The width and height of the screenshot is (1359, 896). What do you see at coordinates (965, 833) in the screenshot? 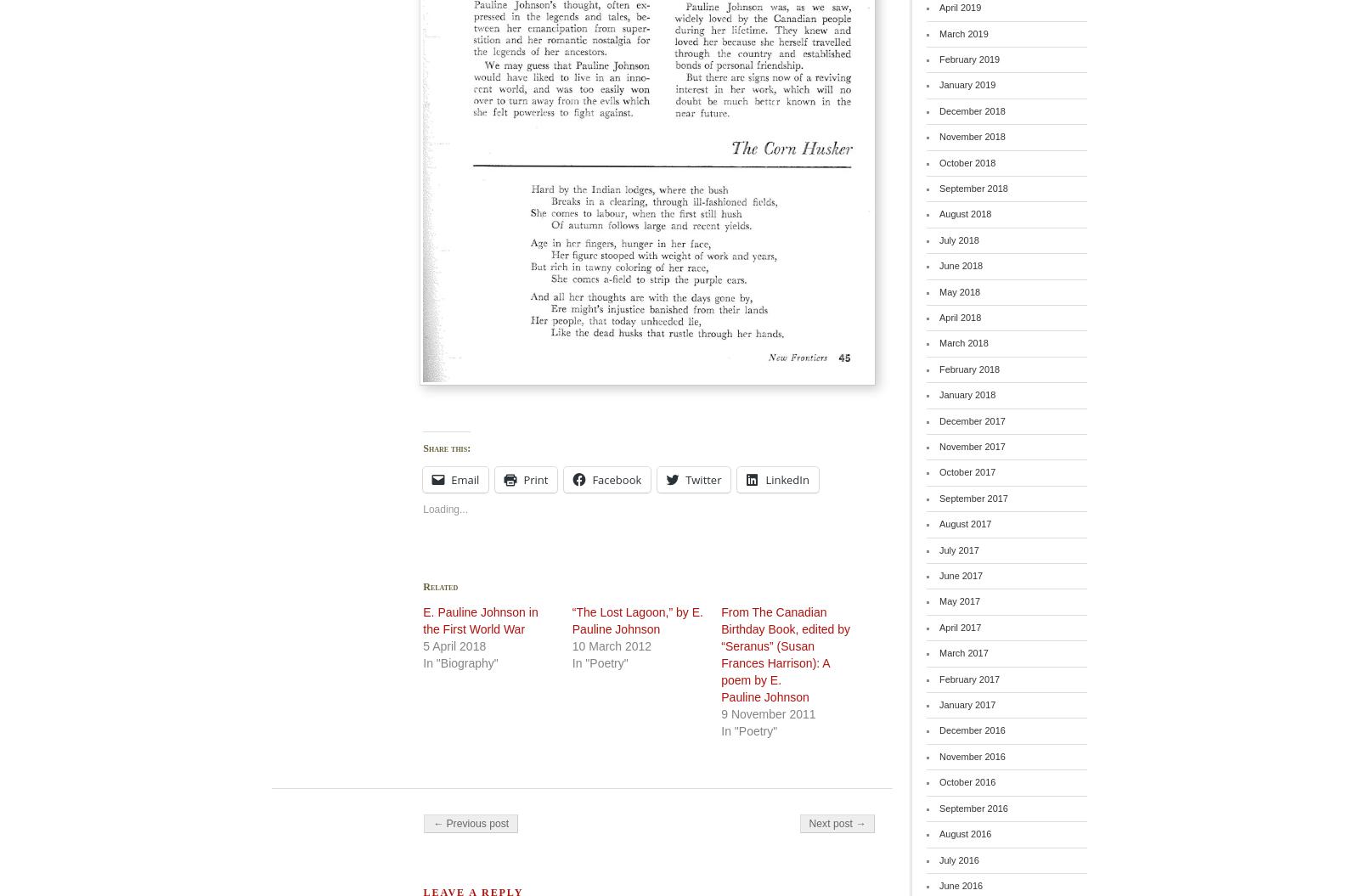
I see `'August 2016'` at bounding box center [965, 833].